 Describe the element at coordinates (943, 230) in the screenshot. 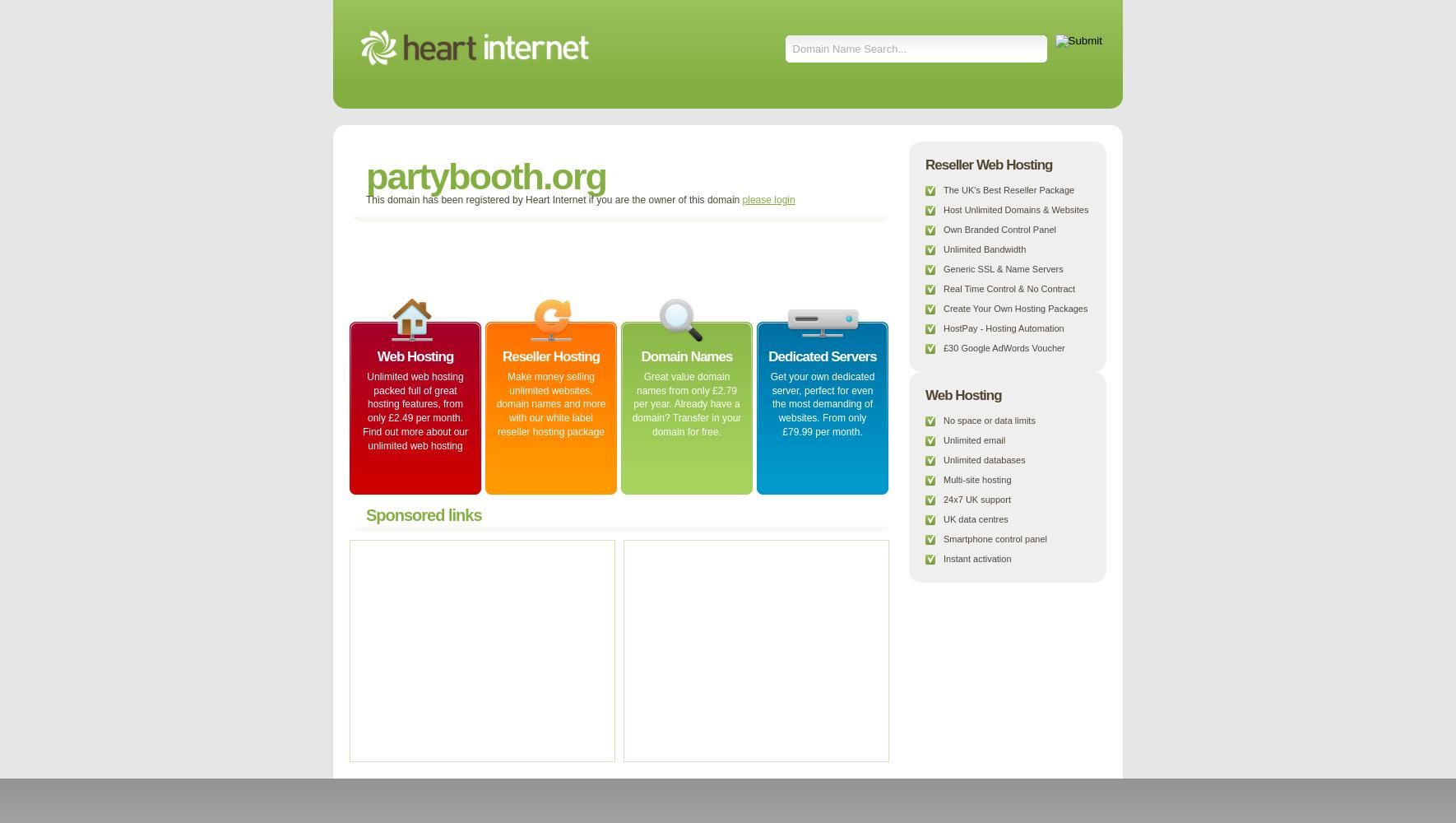

I see `'Own Branded Control Panel'` at that location.